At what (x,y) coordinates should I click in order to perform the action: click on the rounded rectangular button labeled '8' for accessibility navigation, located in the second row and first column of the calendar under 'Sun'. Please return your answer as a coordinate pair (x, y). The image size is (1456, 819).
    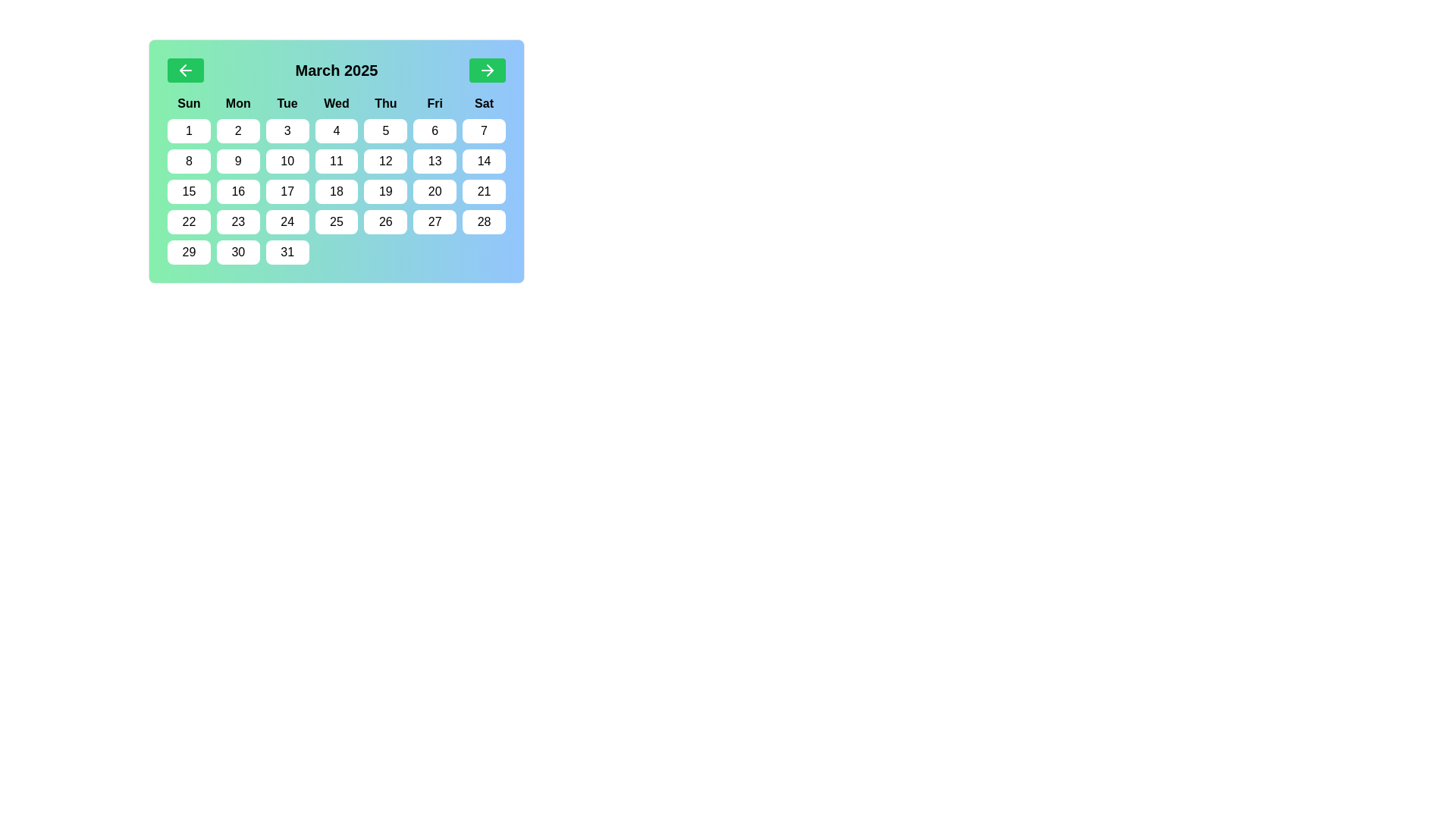
    Looking at the image, I should click on (188, 161).